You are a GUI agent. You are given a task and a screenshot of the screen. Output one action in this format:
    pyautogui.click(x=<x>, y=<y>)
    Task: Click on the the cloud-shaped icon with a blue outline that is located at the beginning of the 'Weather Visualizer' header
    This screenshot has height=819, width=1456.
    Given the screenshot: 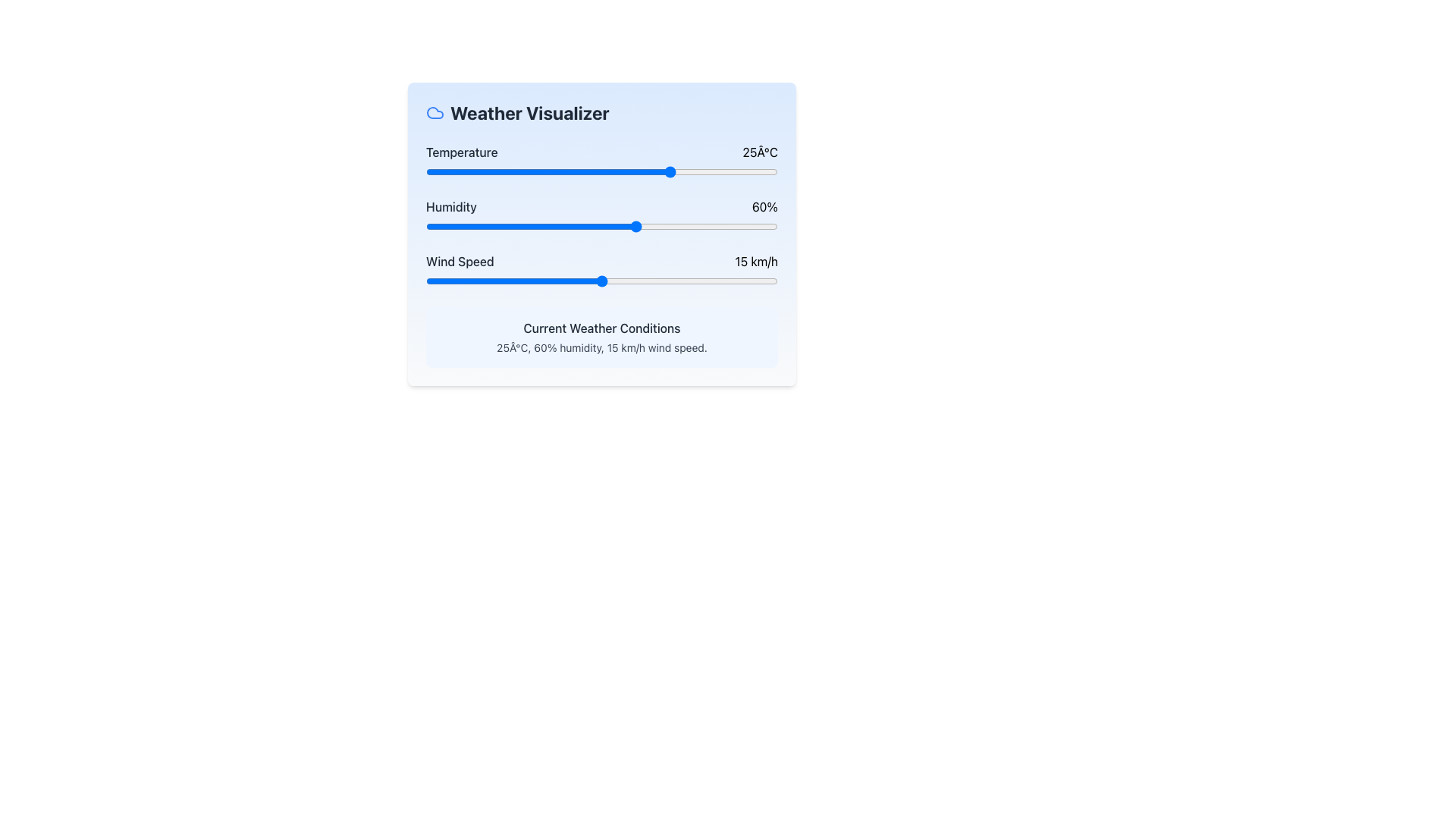 What is the action you would take?
    pyautogui.click(x=435, y=112)
    